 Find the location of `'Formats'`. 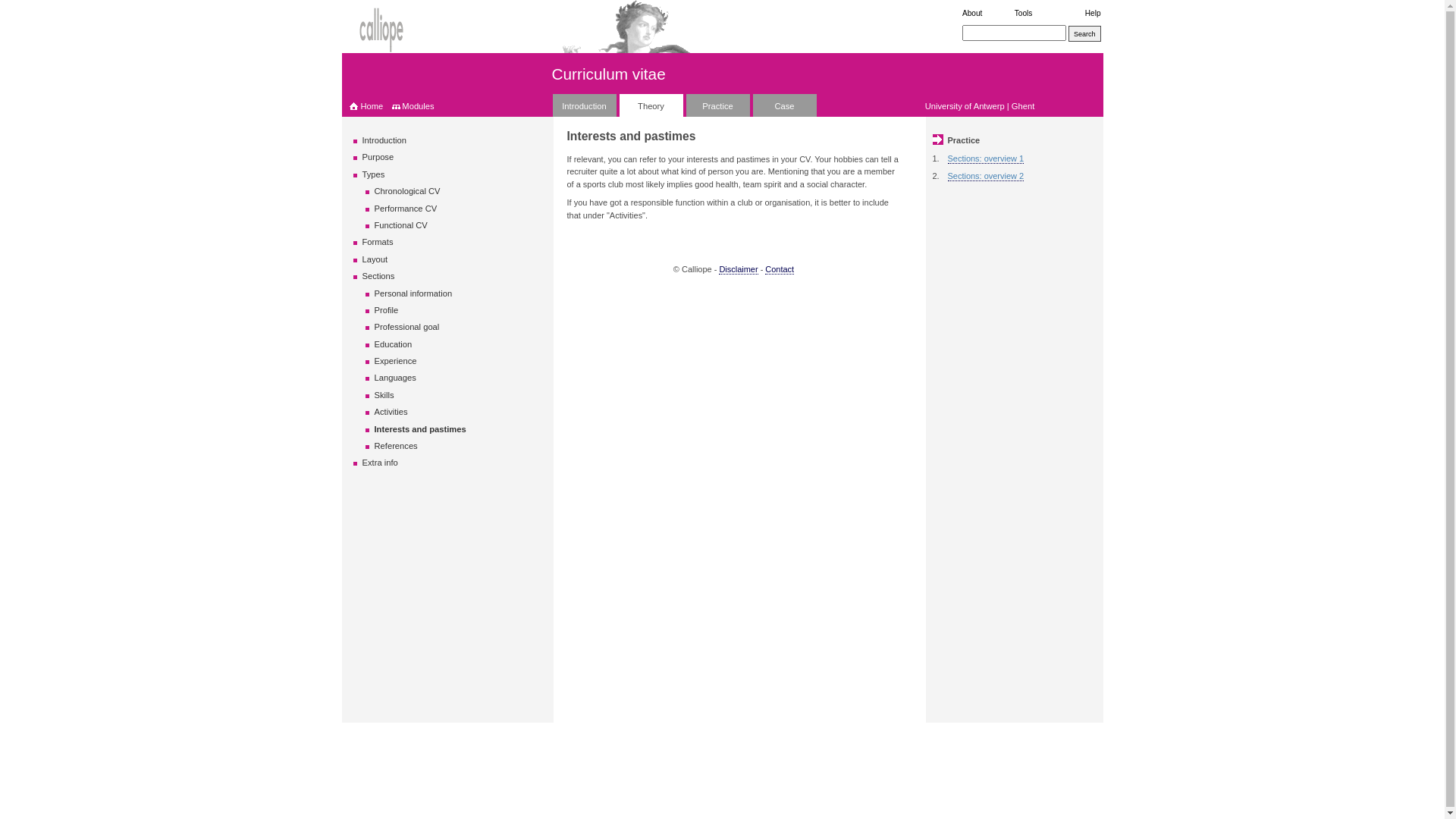

'Formats' is located at coordinates (378, 241).